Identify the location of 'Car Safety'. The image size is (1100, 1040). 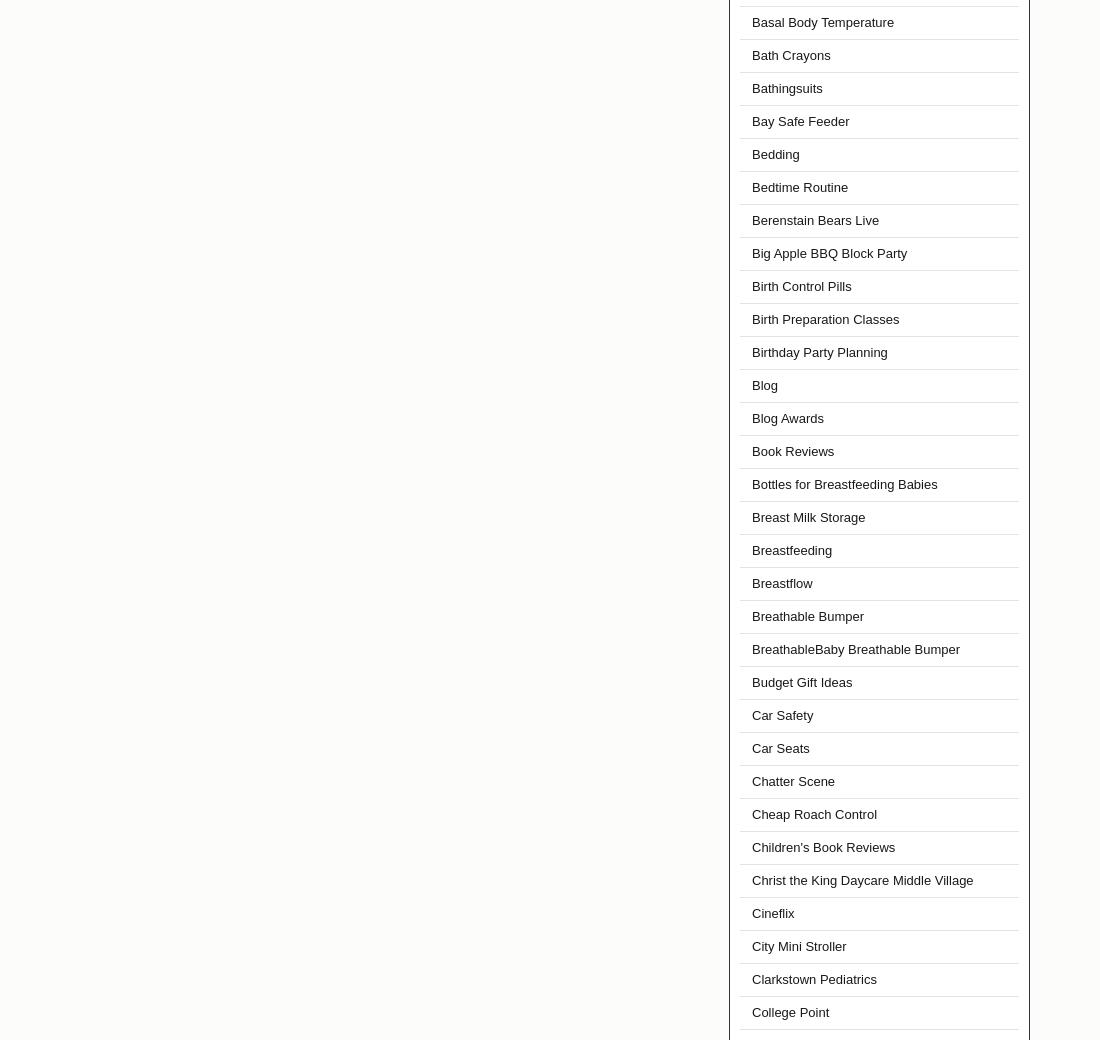
(782, 715).